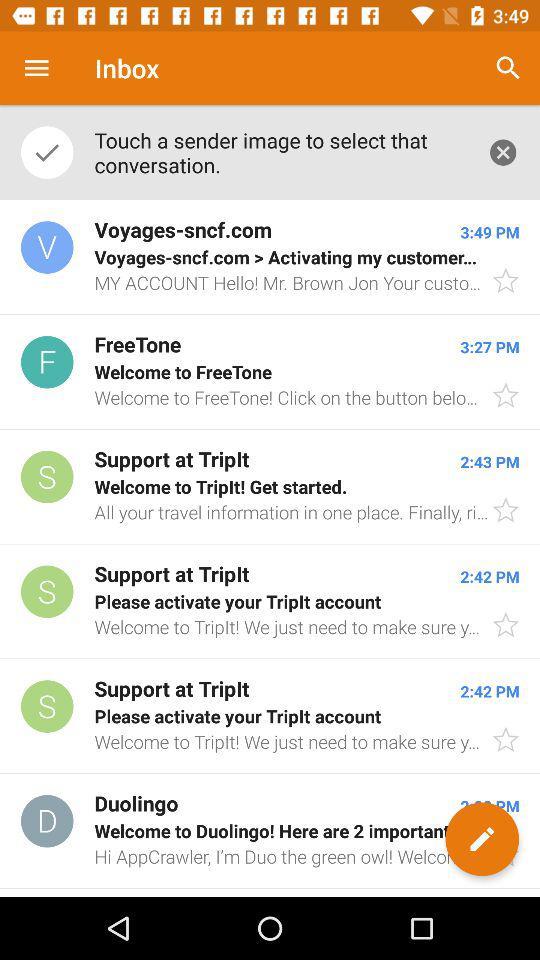 This screenshot has height=960, width=540. I want to click on item next to touch a sender icon, so click(502, 151).